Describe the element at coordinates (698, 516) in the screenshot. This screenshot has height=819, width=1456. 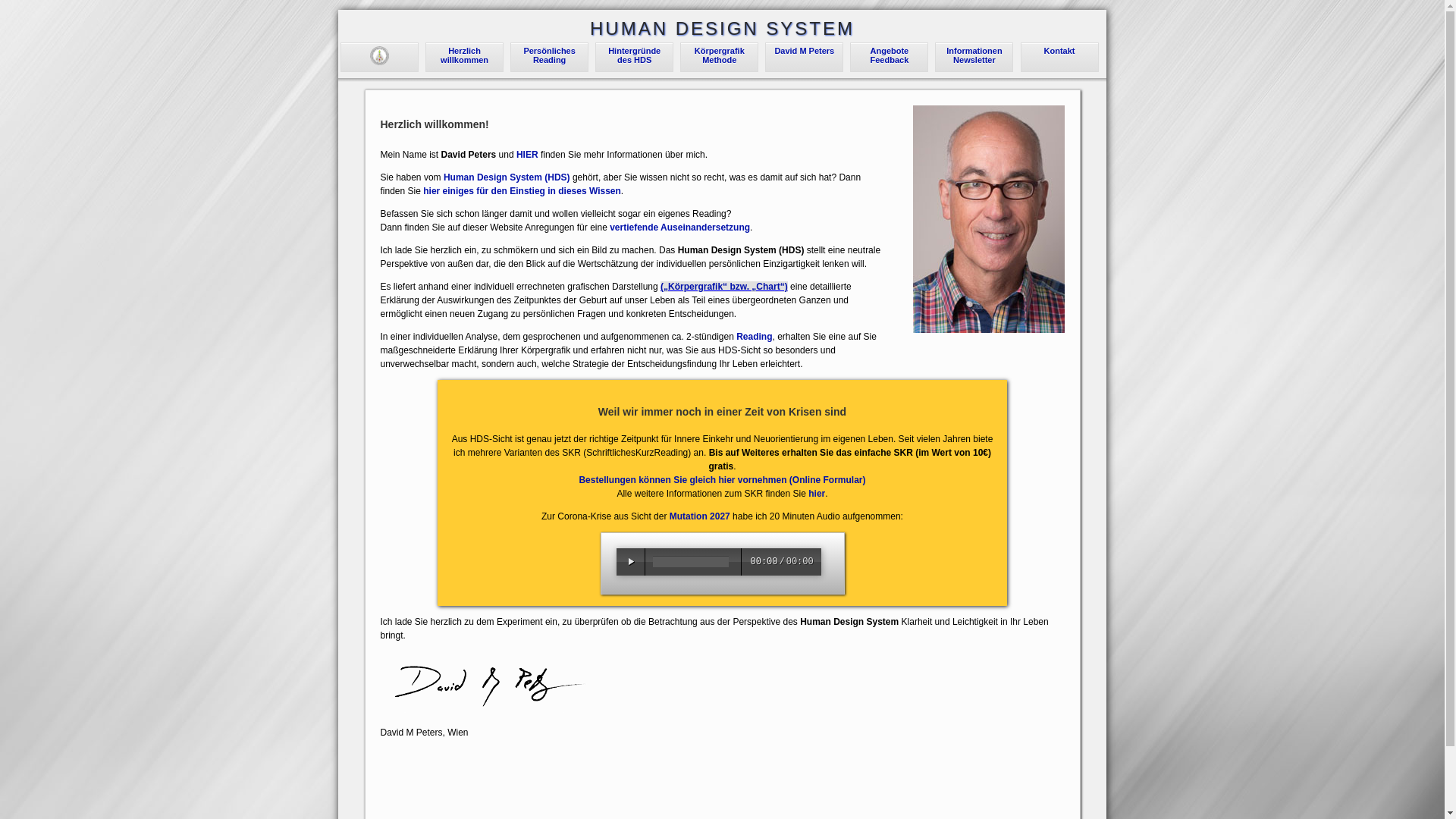
I see `'Mutation 2027'` at that location.